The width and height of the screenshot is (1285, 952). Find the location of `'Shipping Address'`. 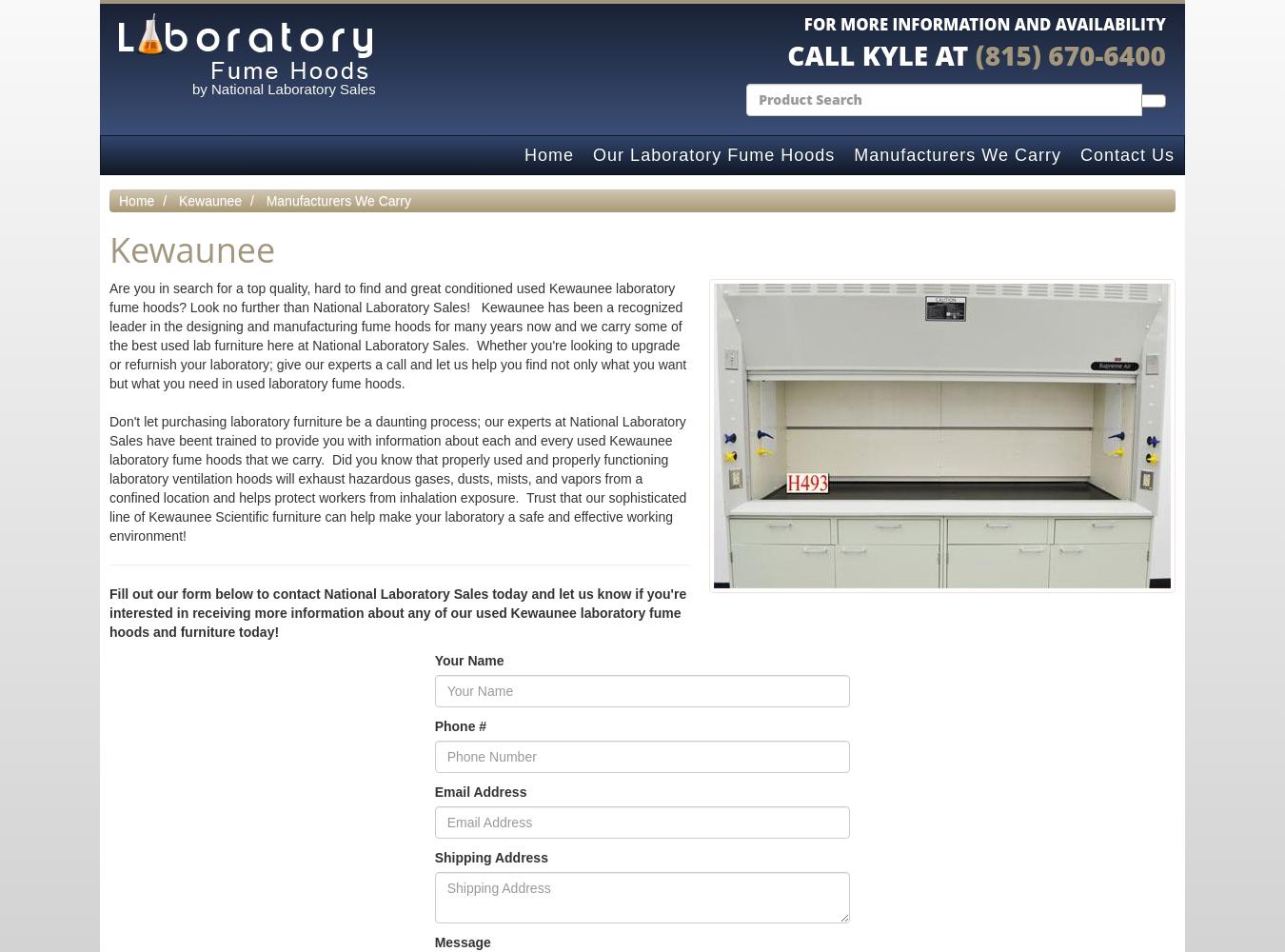

'Shipping Address' is located at coordinates (489, 857).